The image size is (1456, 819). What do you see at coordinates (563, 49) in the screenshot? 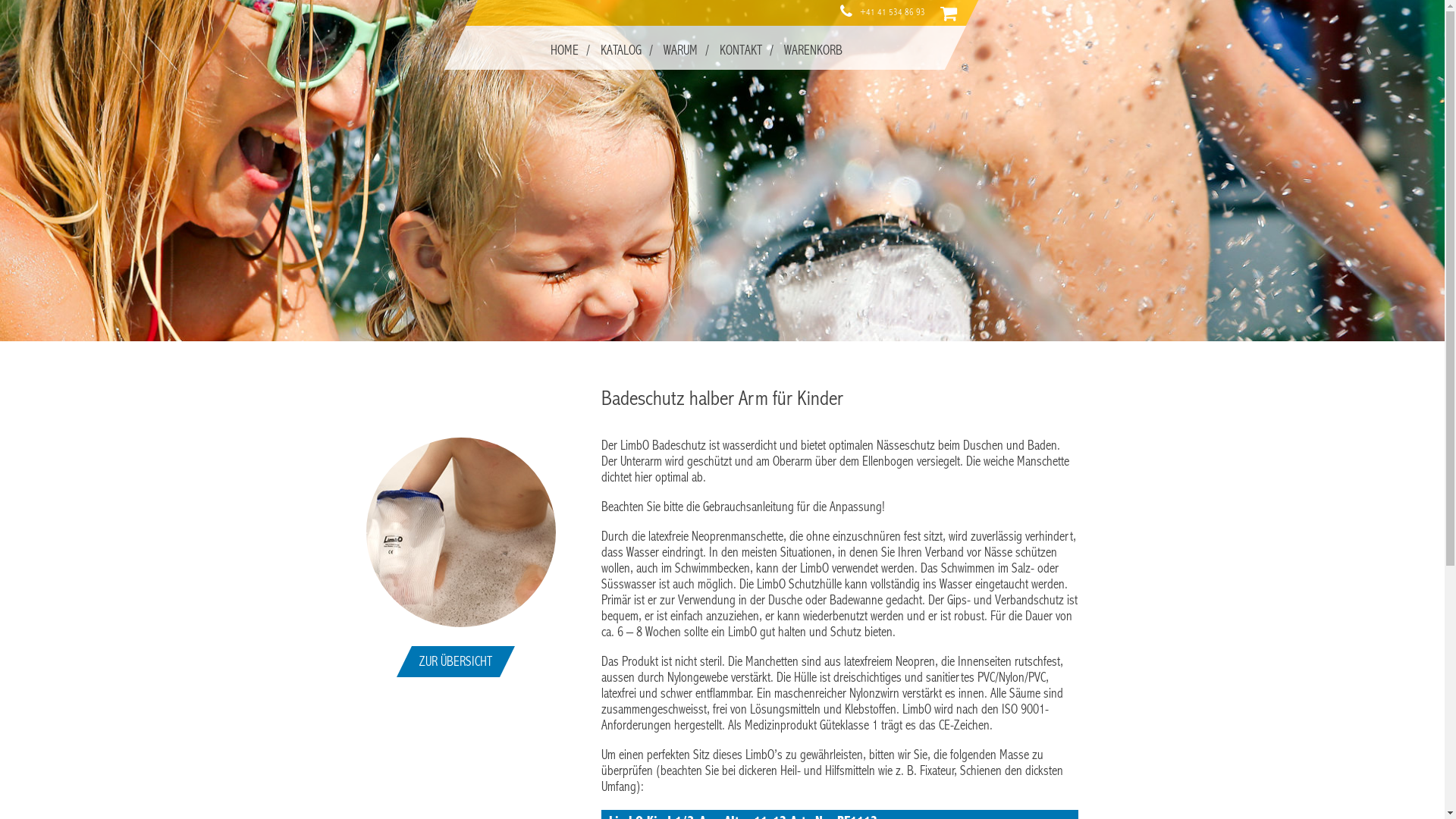
I see `'HOME'` at bounding box center [563, 49].